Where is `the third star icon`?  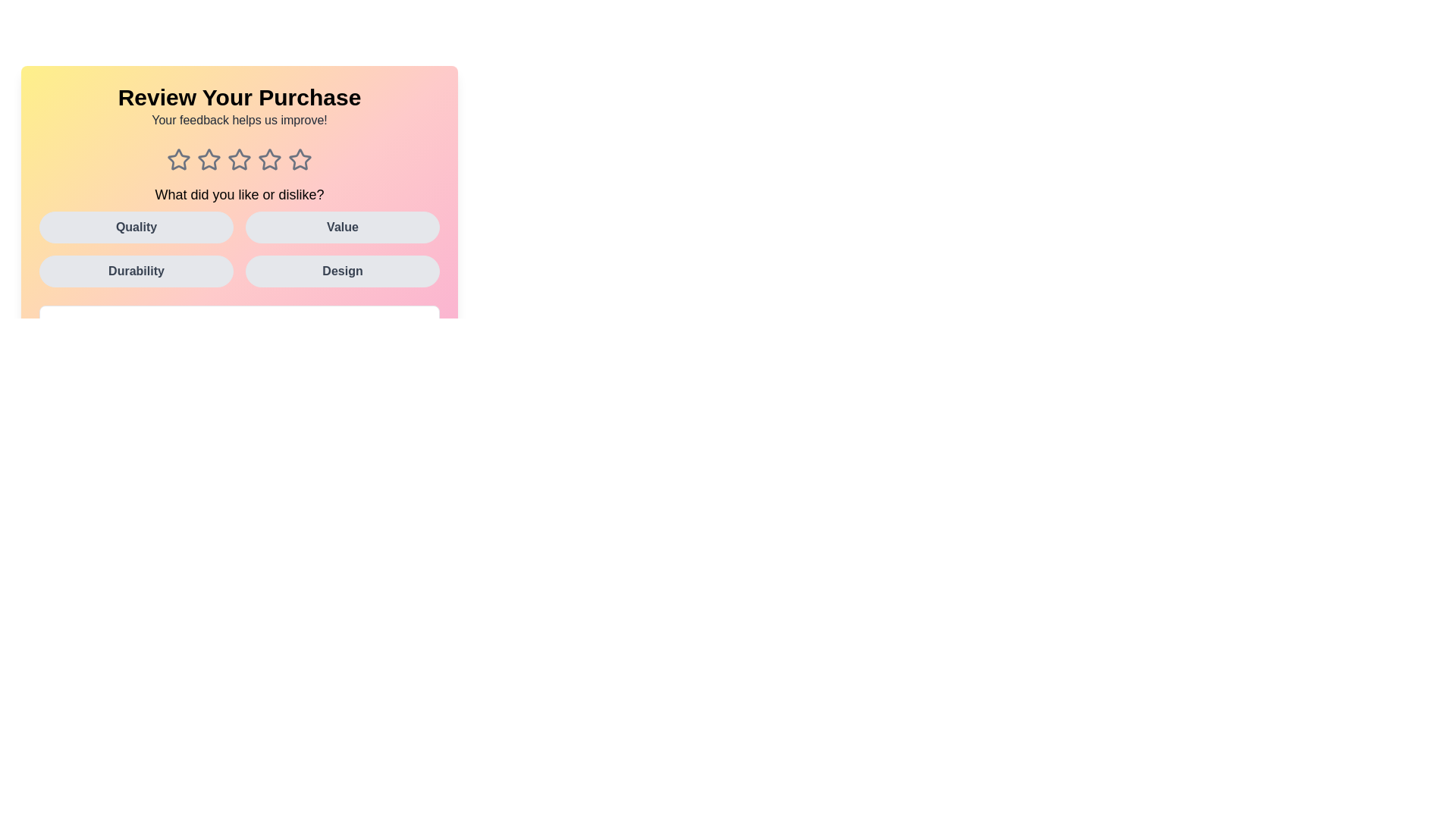 the third star icon is located at coordinates (239, 160).